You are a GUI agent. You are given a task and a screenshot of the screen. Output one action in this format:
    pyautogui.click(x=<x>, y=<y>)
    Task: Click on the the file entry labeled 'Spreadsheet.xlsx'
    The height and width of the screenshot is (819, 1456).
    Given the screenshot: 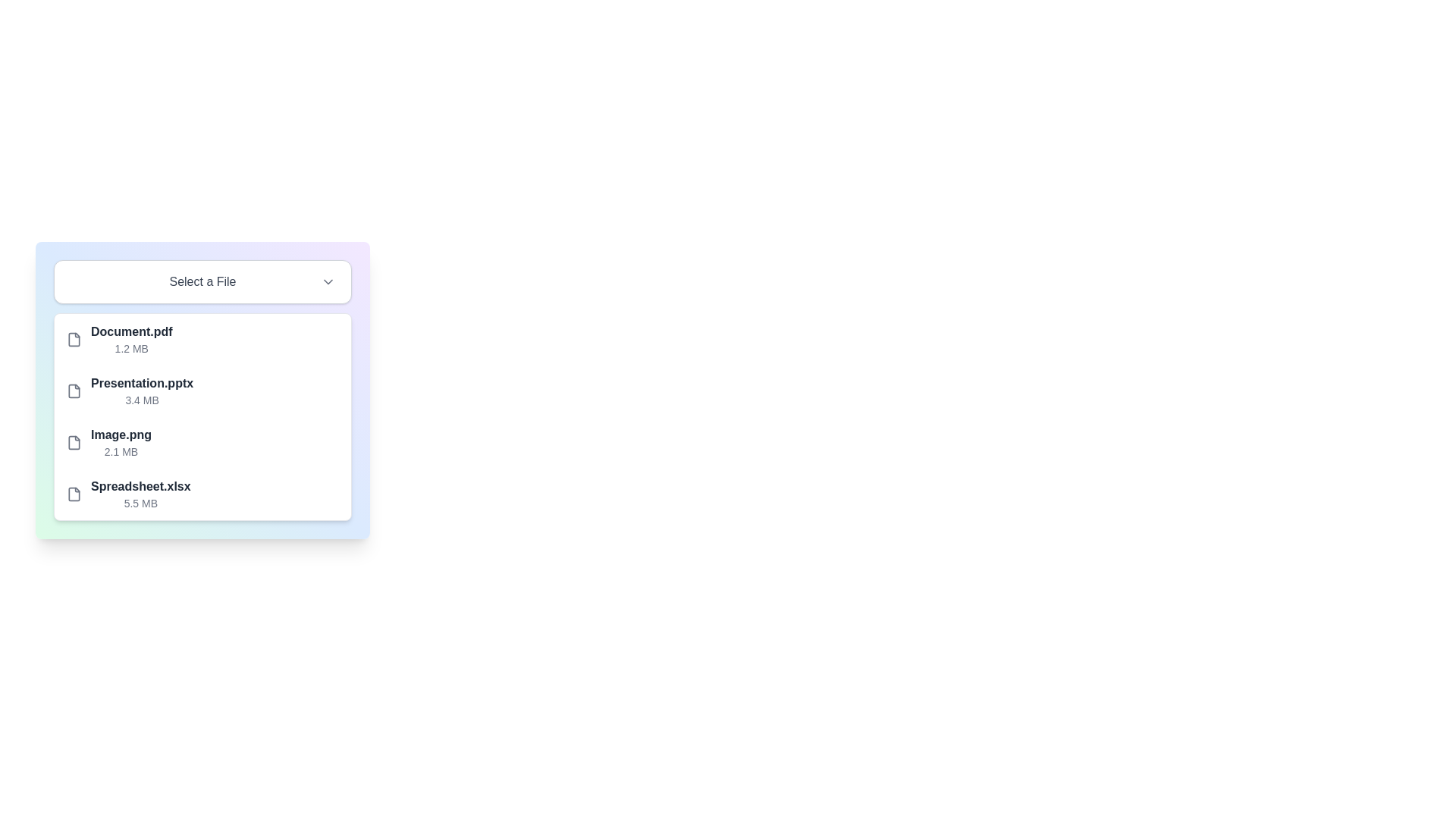 What is the action you would take?
    pyautogui.click(x=140, y=494)
    